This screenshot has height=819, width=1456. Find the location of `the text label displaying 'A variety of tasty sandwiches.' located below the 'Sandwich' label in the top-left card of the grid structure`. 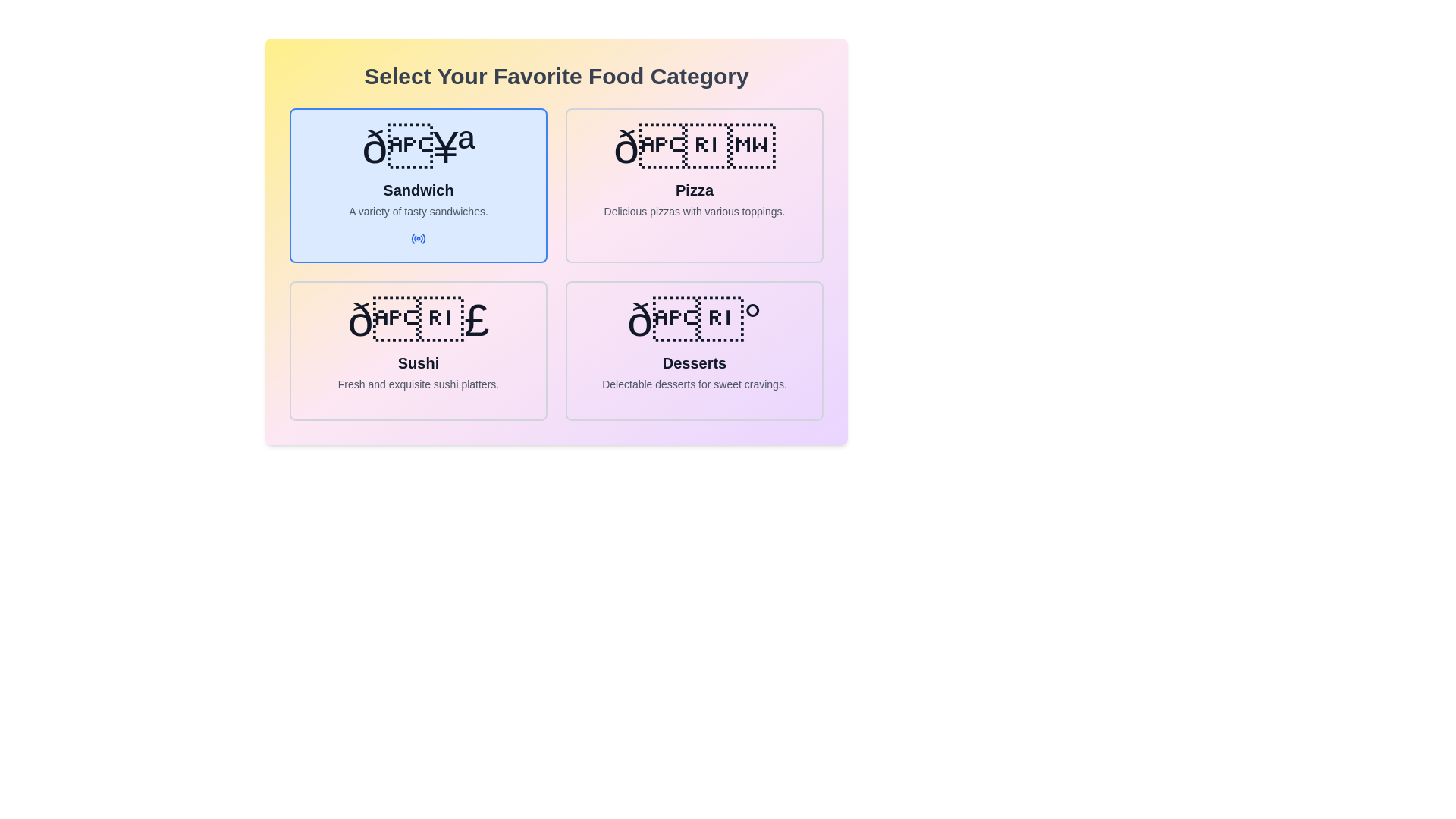

the text label displaying 'A variety of tasty sandwiches.' located below the 'Sandwich' label in the top-left card of the grid structure is located at coordinates (419, 211).